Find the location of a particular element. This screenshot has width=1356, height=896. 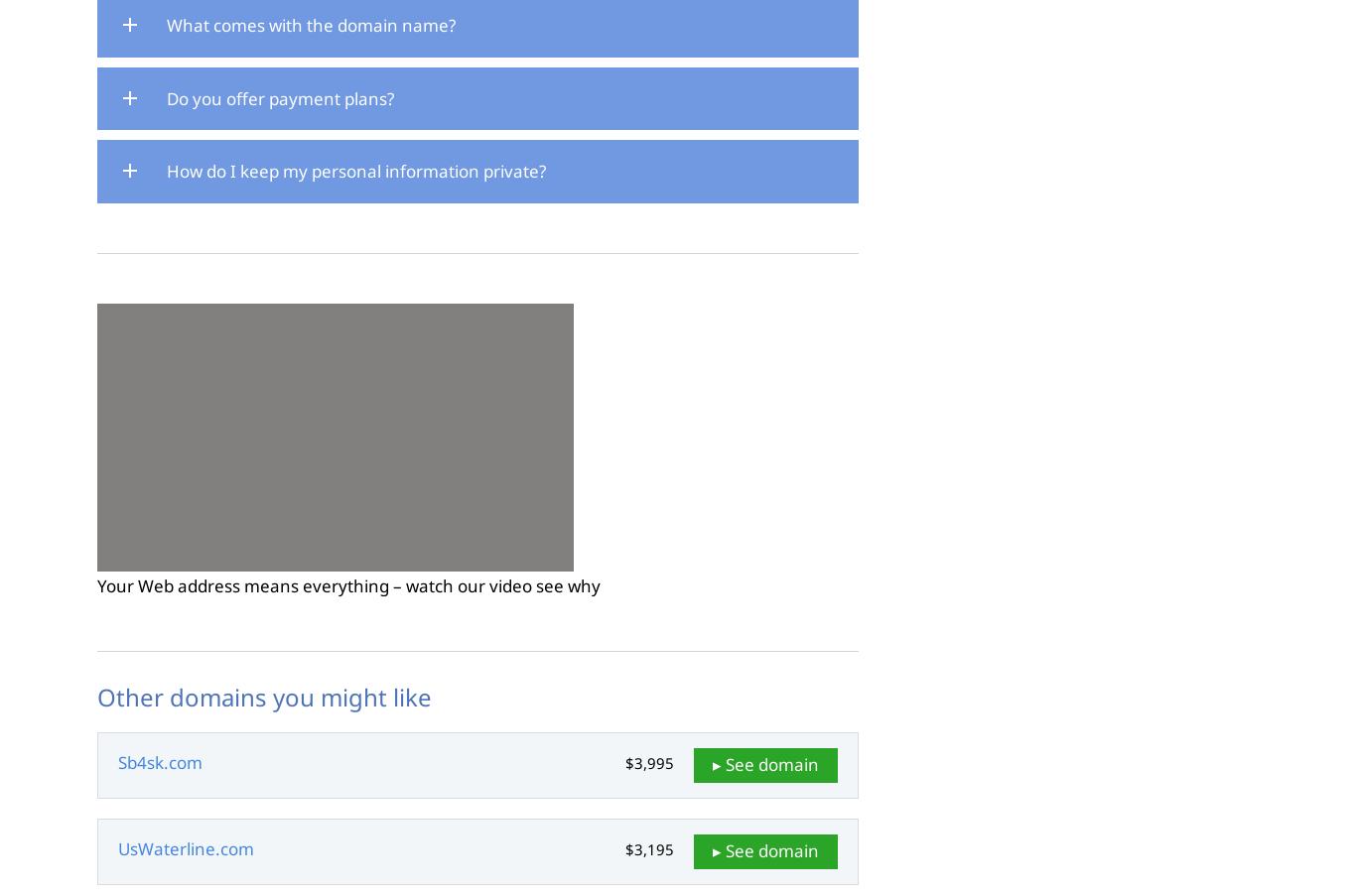

'UsWaterline.com' is located at coordinates (185, 848).